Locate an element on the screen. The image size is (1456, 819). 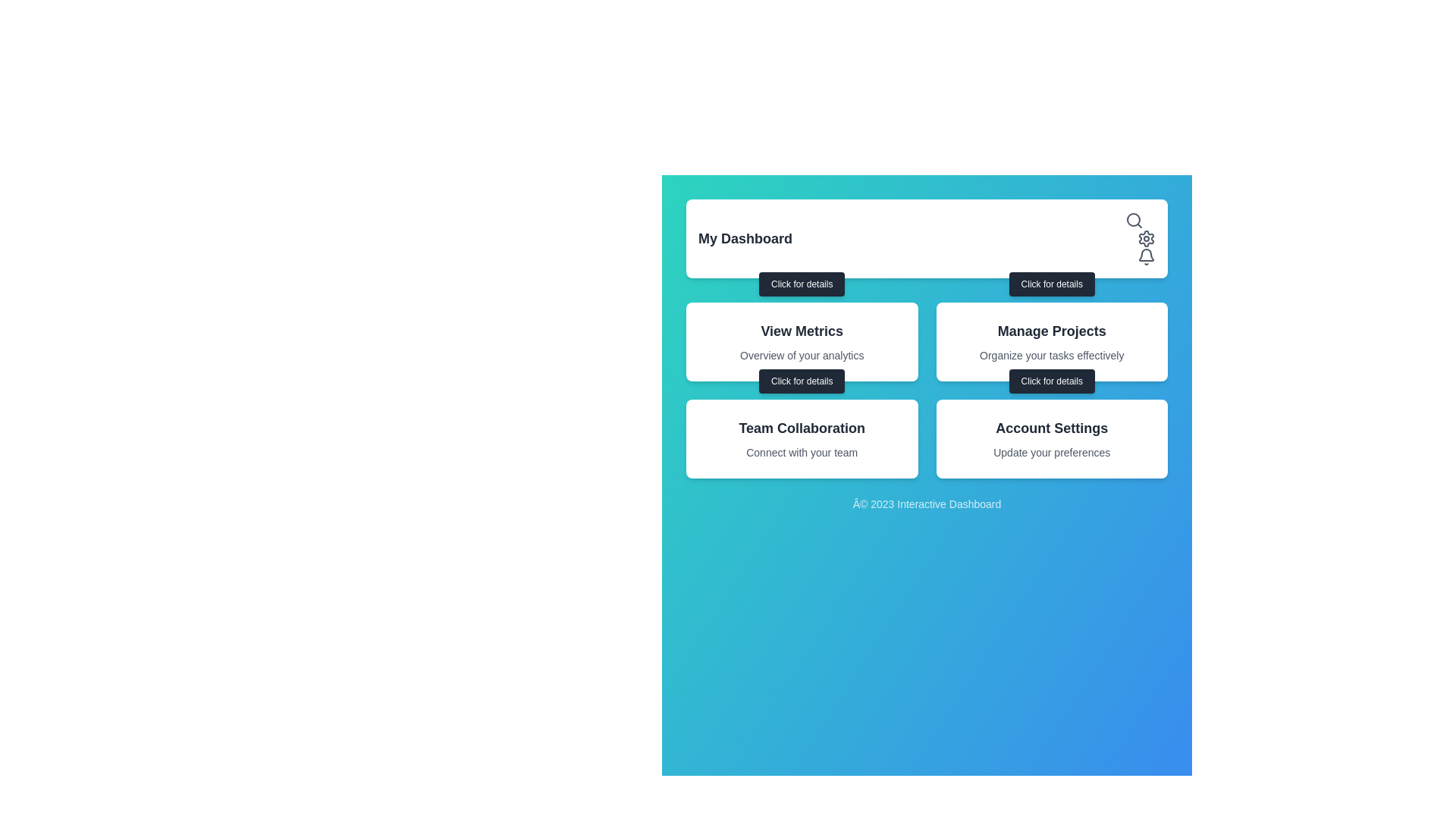
the 'Account Settings' text label, which is styled in bold dark gray and serves as the title for the preferences update group is located at coordinates (1051, 428).